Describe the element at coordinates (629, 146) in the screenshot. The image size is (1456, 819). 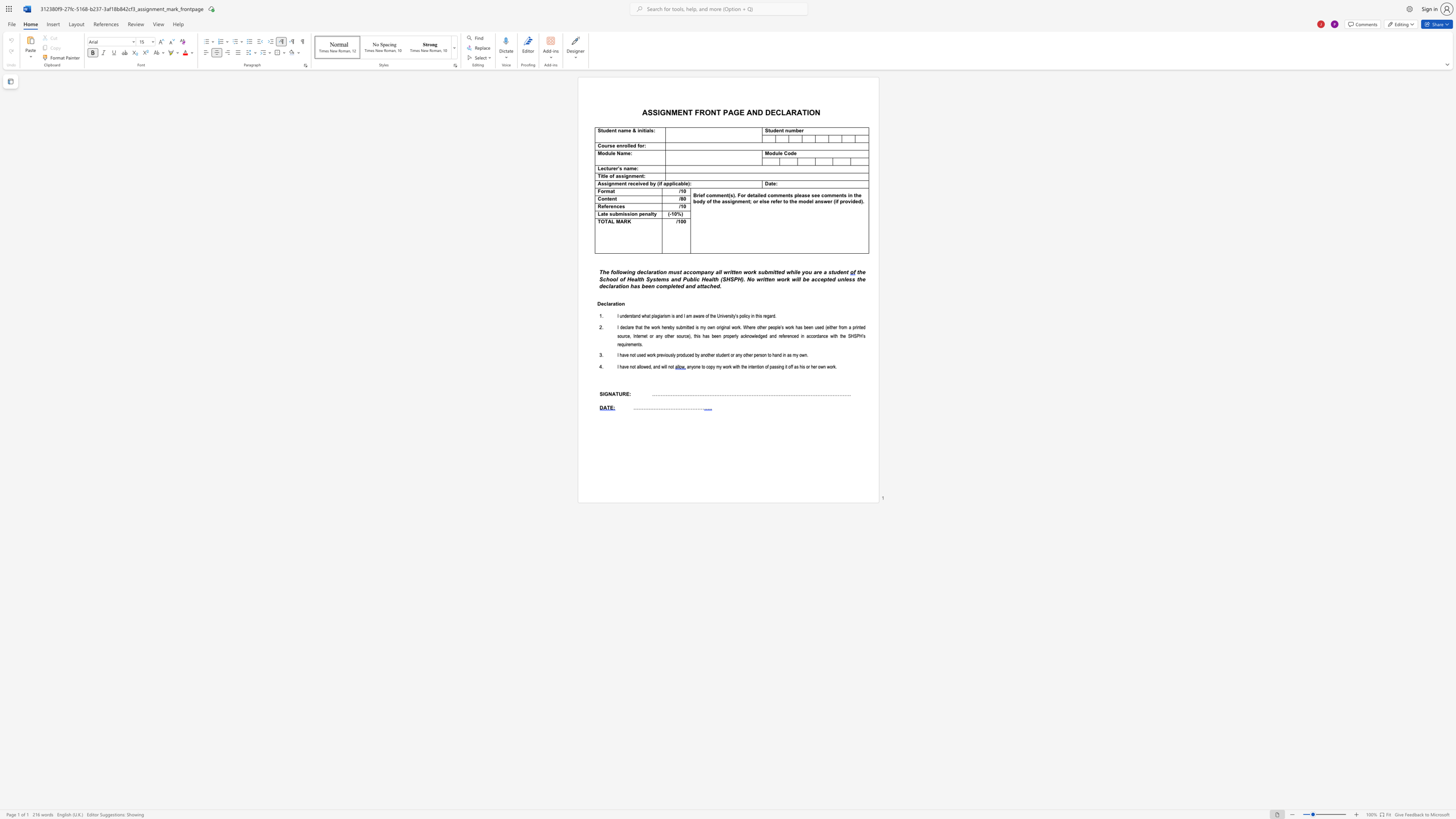
I see `the subset text "led for" within the text "Course enrolled for:"` at that location.